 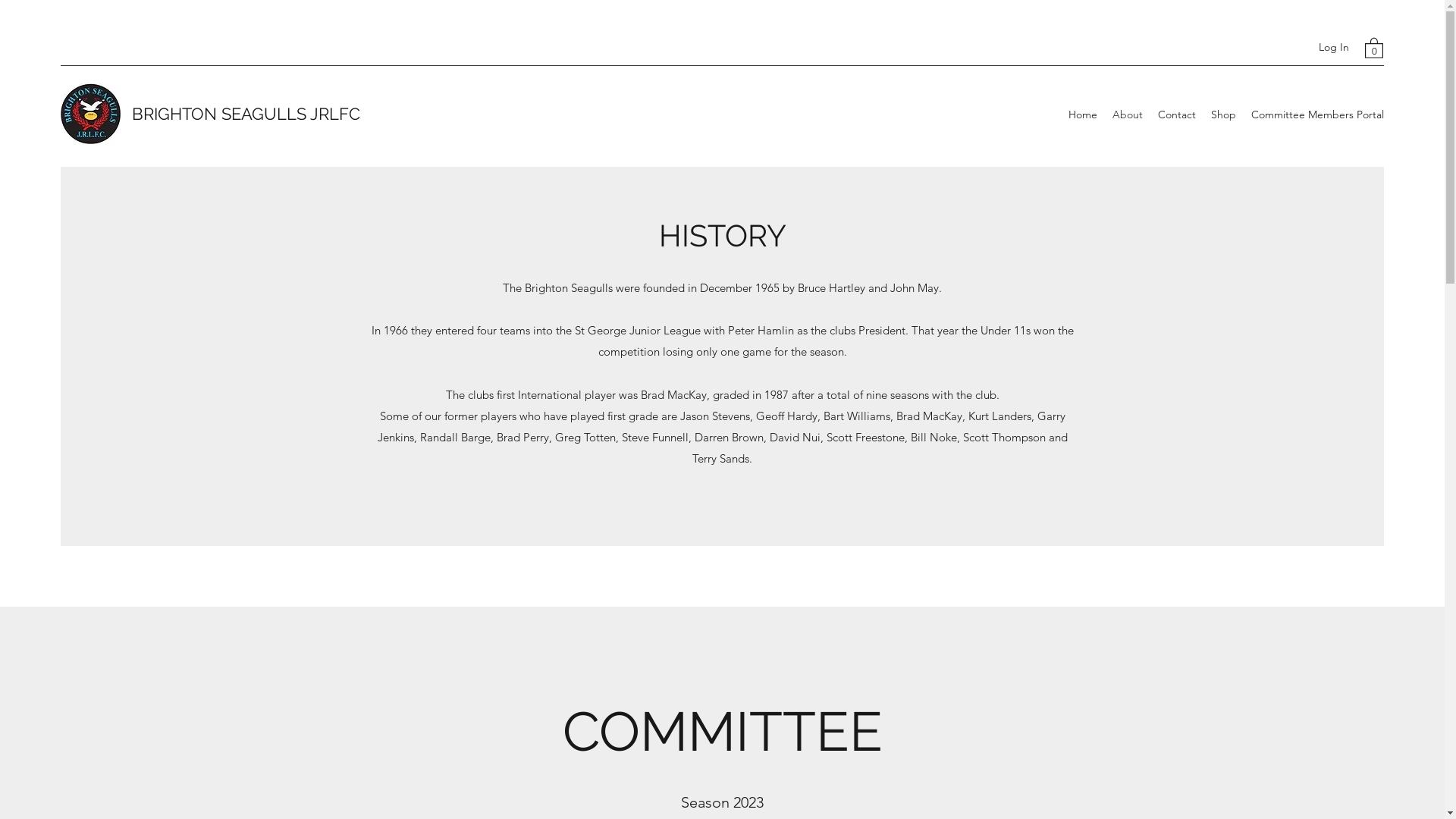 What do you see at coordinates (1175, 113) in the screenshot?
I see `'Contact'` at bounding box center [1175, 113].